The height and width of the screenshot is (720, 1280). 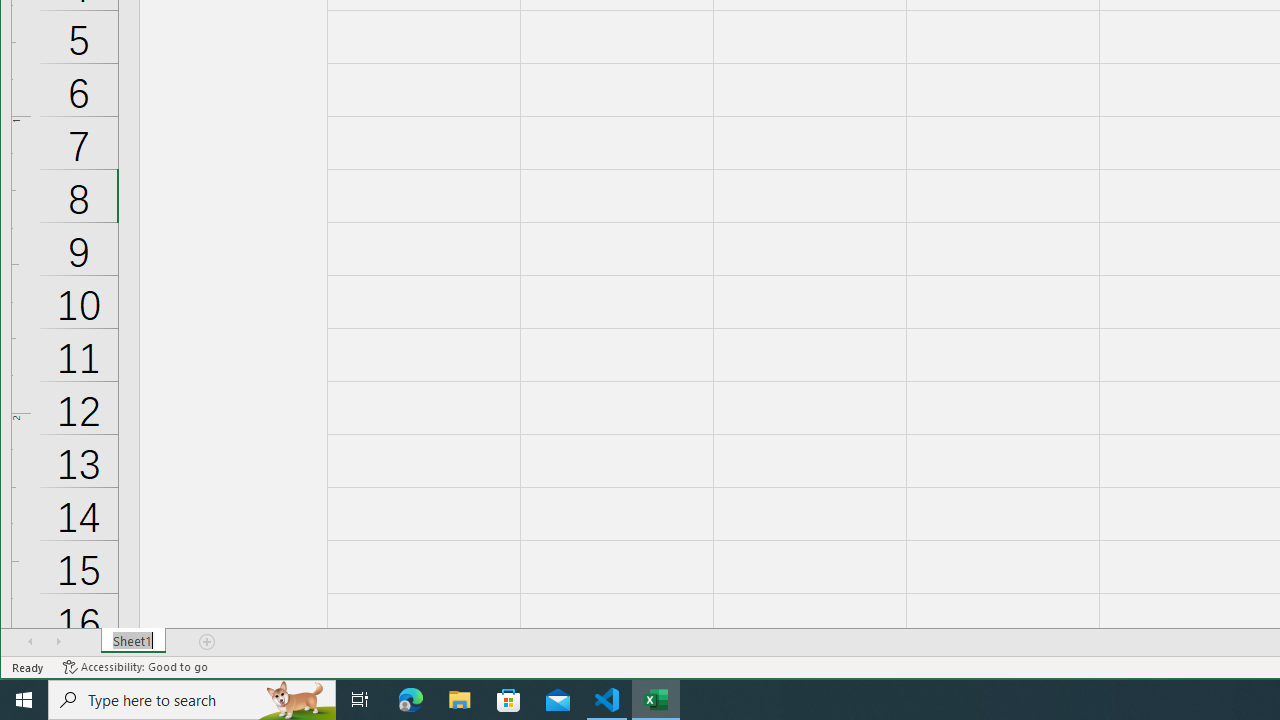 What do you see at coordinates (132, 641) in the screenshot?
I see `'Sheet Tab'` at bounding box center [132, 641].